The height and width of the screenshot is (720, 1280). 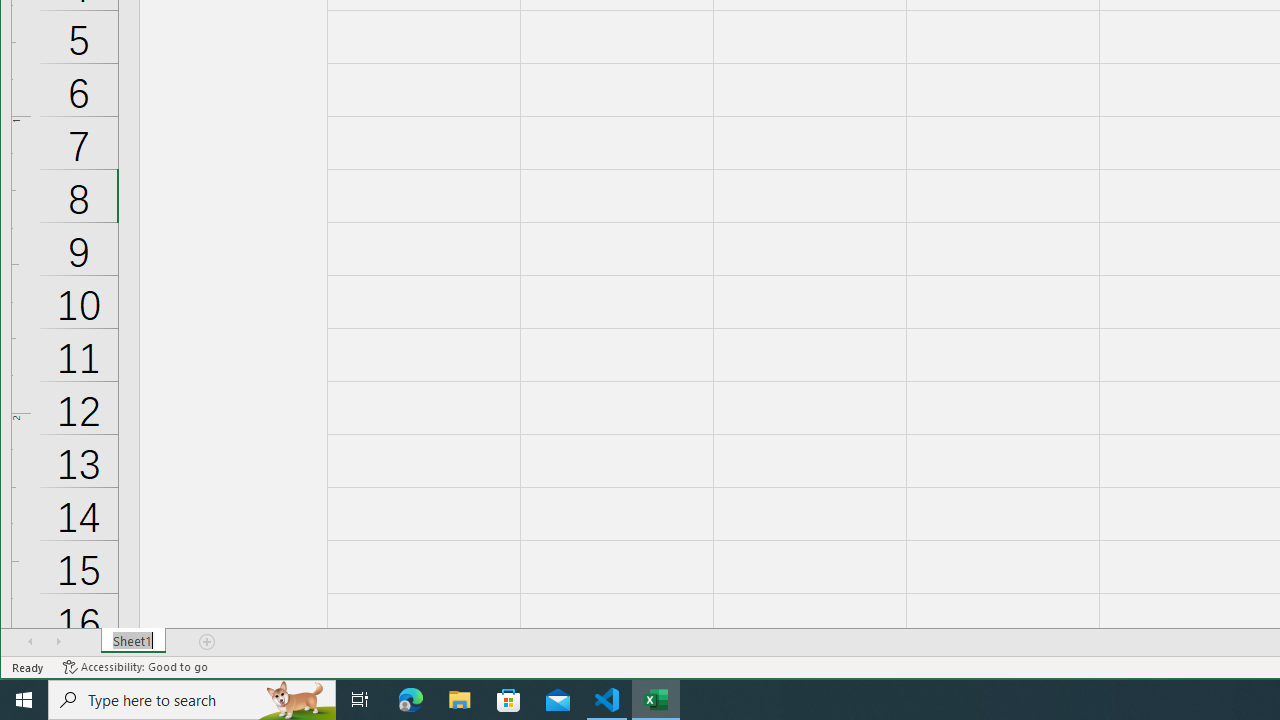 What do you see at coordinates (132, 641) in the screenshot?
I see `'Sheet Tab'` at bounding box center [132, 641].